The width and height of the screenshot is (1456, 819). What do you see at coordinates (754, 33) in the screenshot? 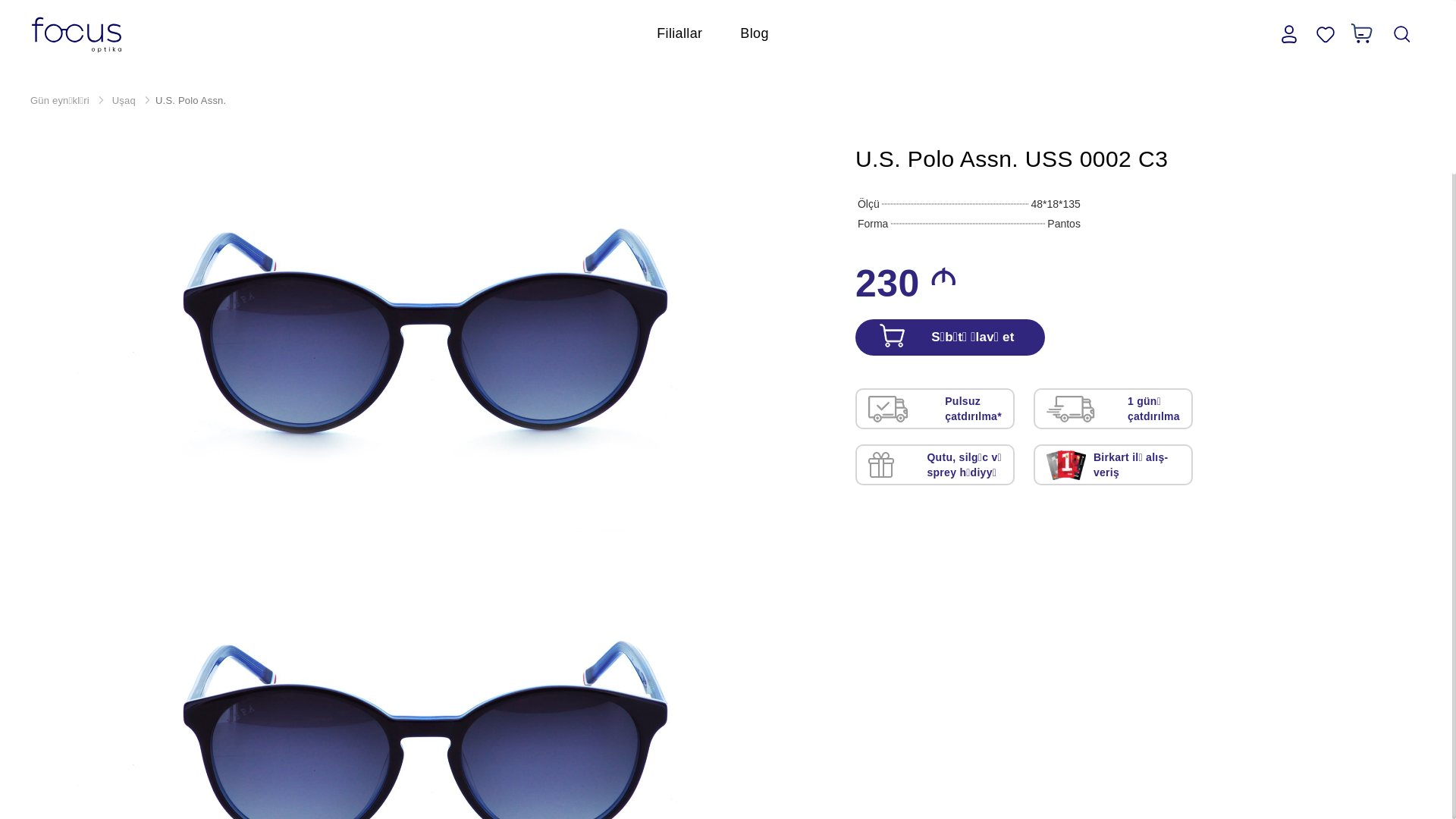
I see `'Blog'` at bounding box center [754, 33].